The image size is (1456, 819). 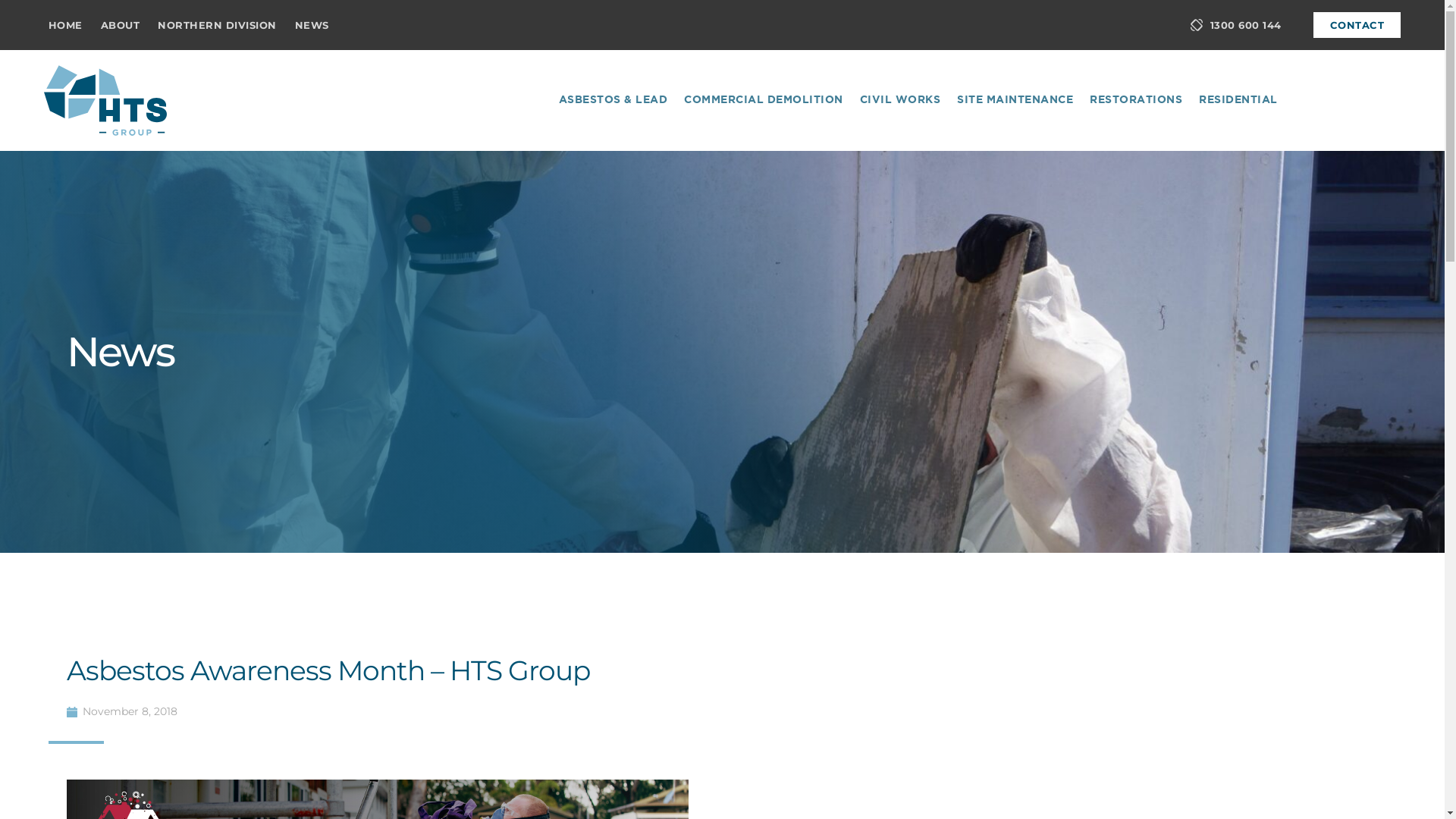 I want to click on 'COMMERCIAL DEMOLITION', so click(x=679, y=100).